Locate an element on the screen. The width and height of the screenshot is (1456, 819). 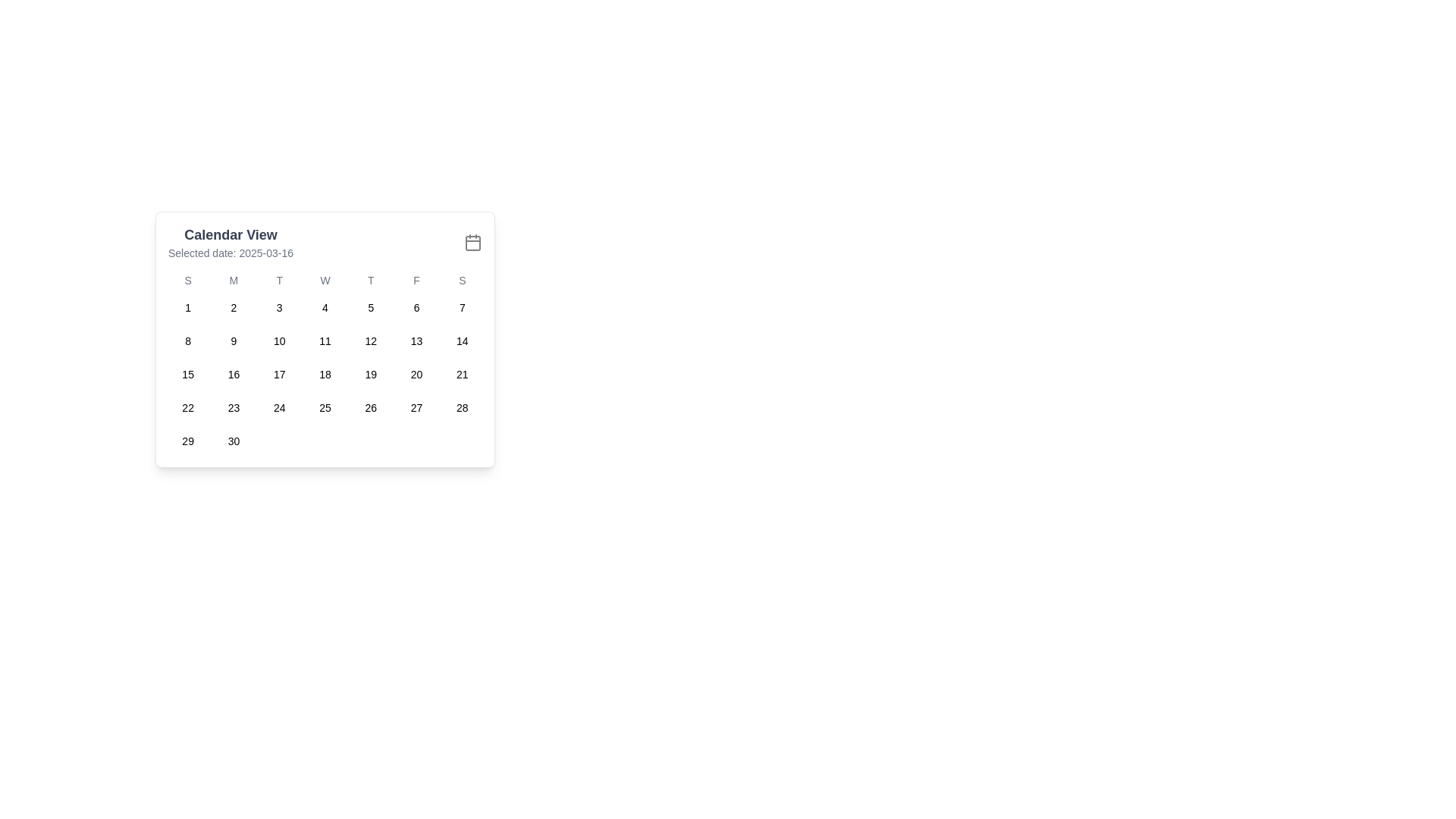
to select the date '20' in the calendar grid, which is visually highlighted and located in the fifth row and sixth column is located at coordinates (416, 374).